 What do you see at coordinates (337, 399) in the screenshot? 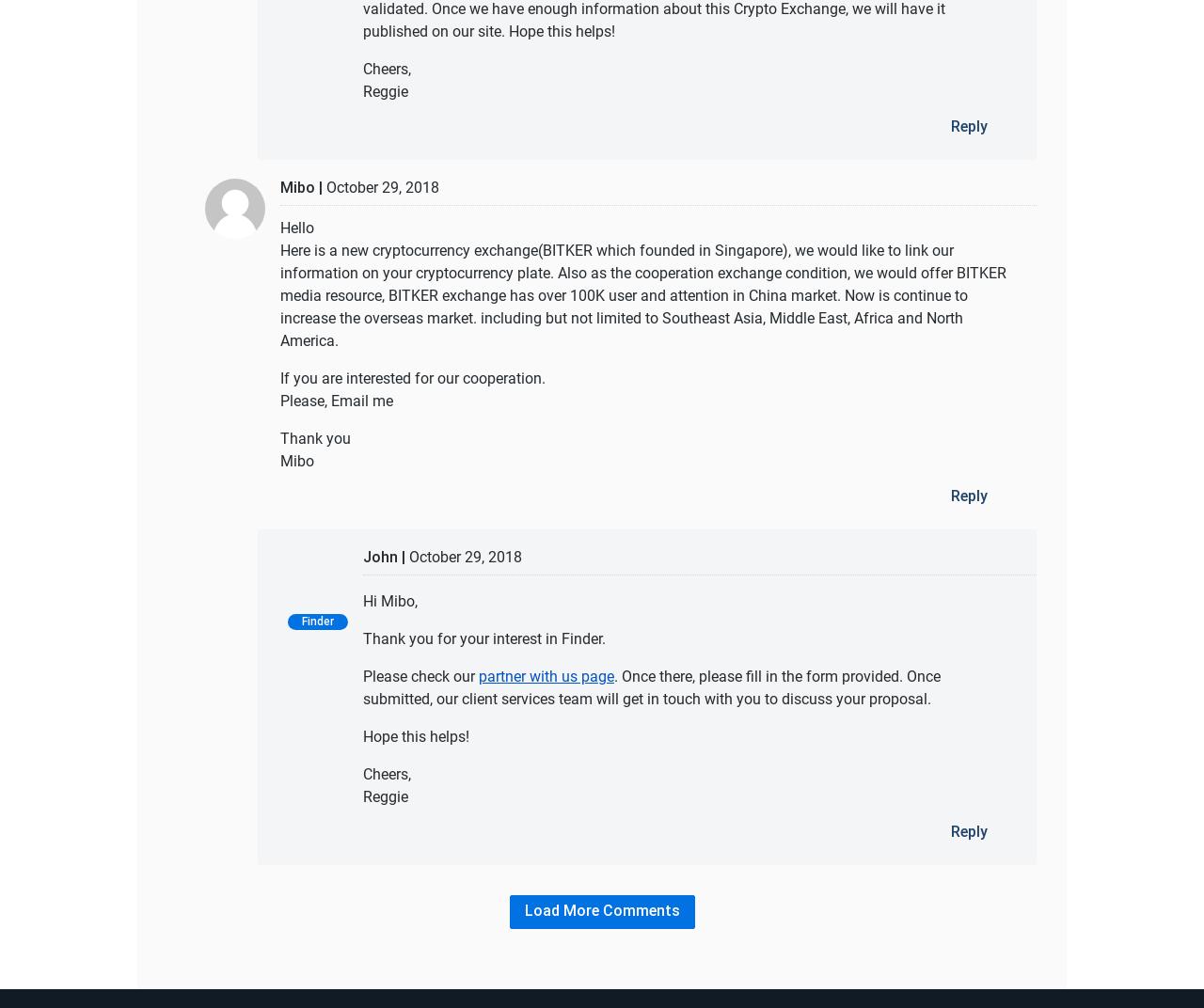
I see `'Please, Email me'` at bounding box center [337, 399].